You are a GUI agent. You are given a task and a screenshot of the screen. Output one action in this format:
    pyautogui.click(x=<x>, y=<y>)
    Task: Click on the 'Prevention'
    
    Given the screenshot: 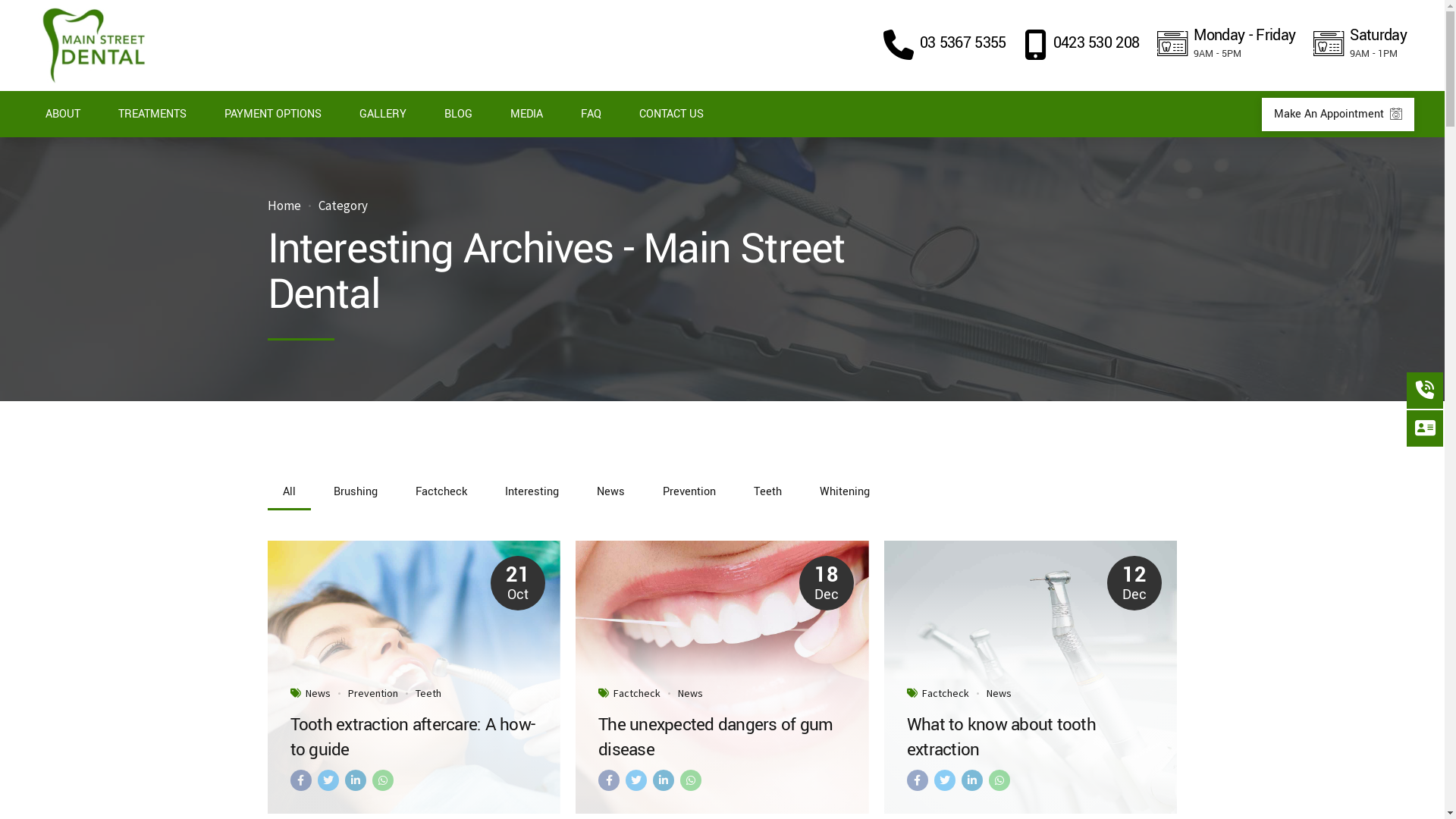 What is the action you would take?
    pyautogui.click(x=372, y=693)
    